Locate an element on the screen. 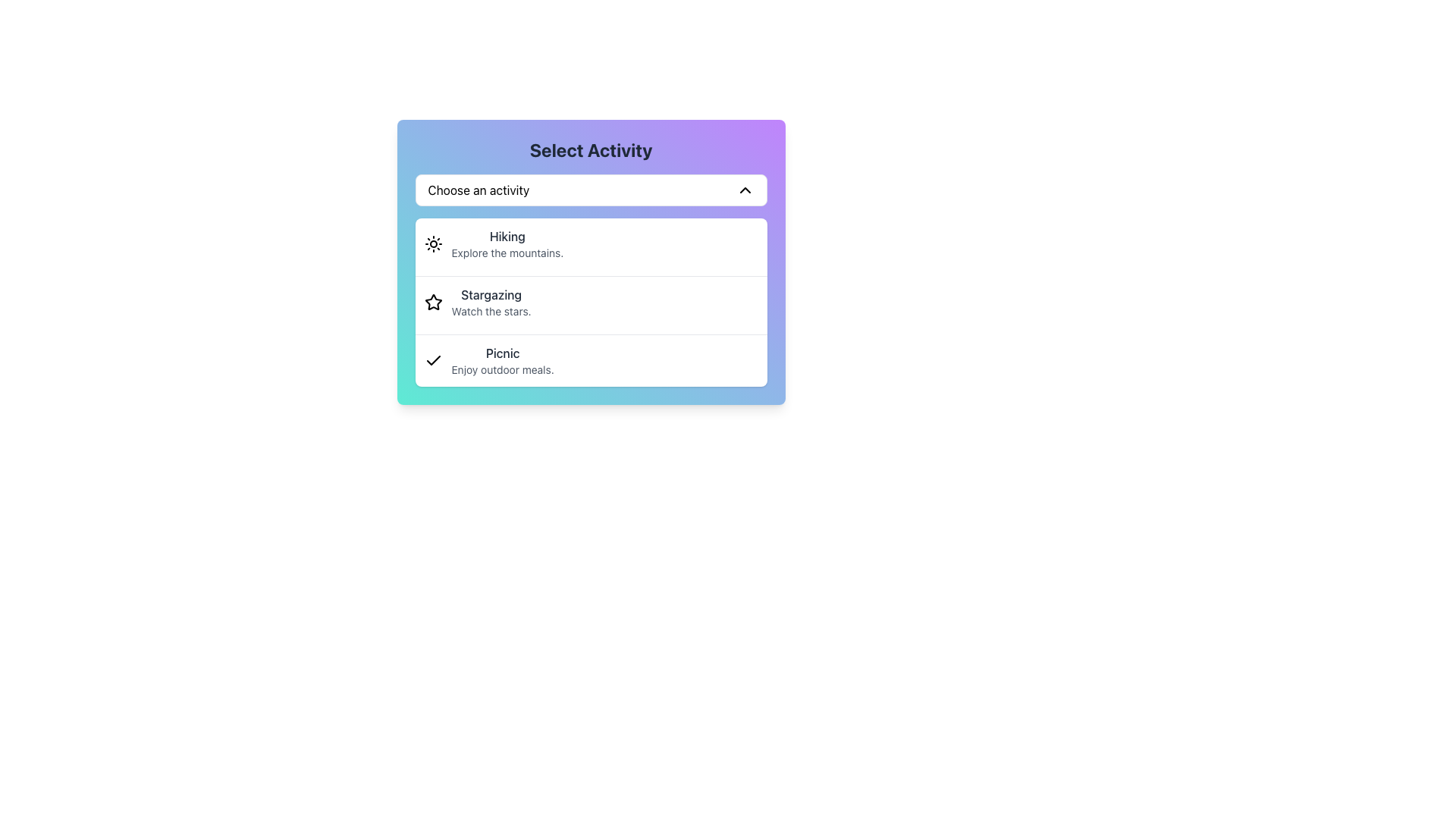 The height and width of the screenshot is (819, 1456). the text label reading 'Watch the stars.' which is styled with smaller gray text and located directly under the title 'Stargazing' in the dropdown interface is located at coordinates (491, 311).